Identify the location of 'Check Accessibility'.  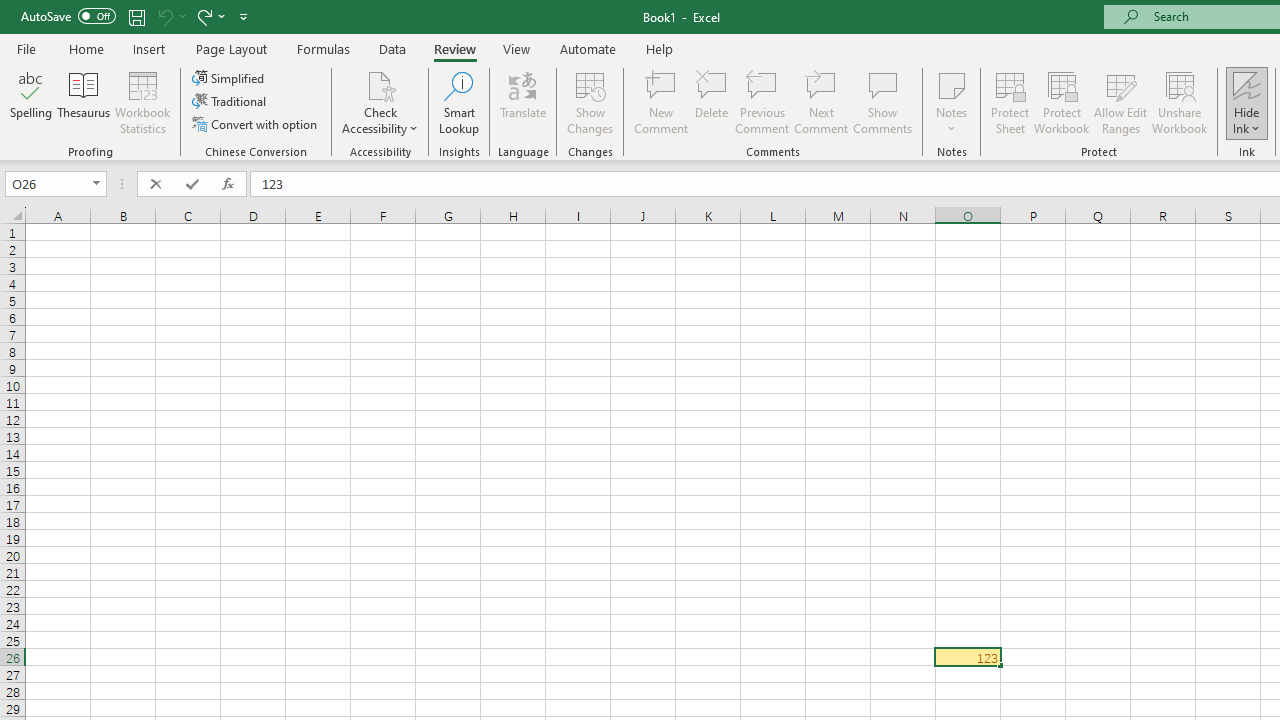
(380, 84).